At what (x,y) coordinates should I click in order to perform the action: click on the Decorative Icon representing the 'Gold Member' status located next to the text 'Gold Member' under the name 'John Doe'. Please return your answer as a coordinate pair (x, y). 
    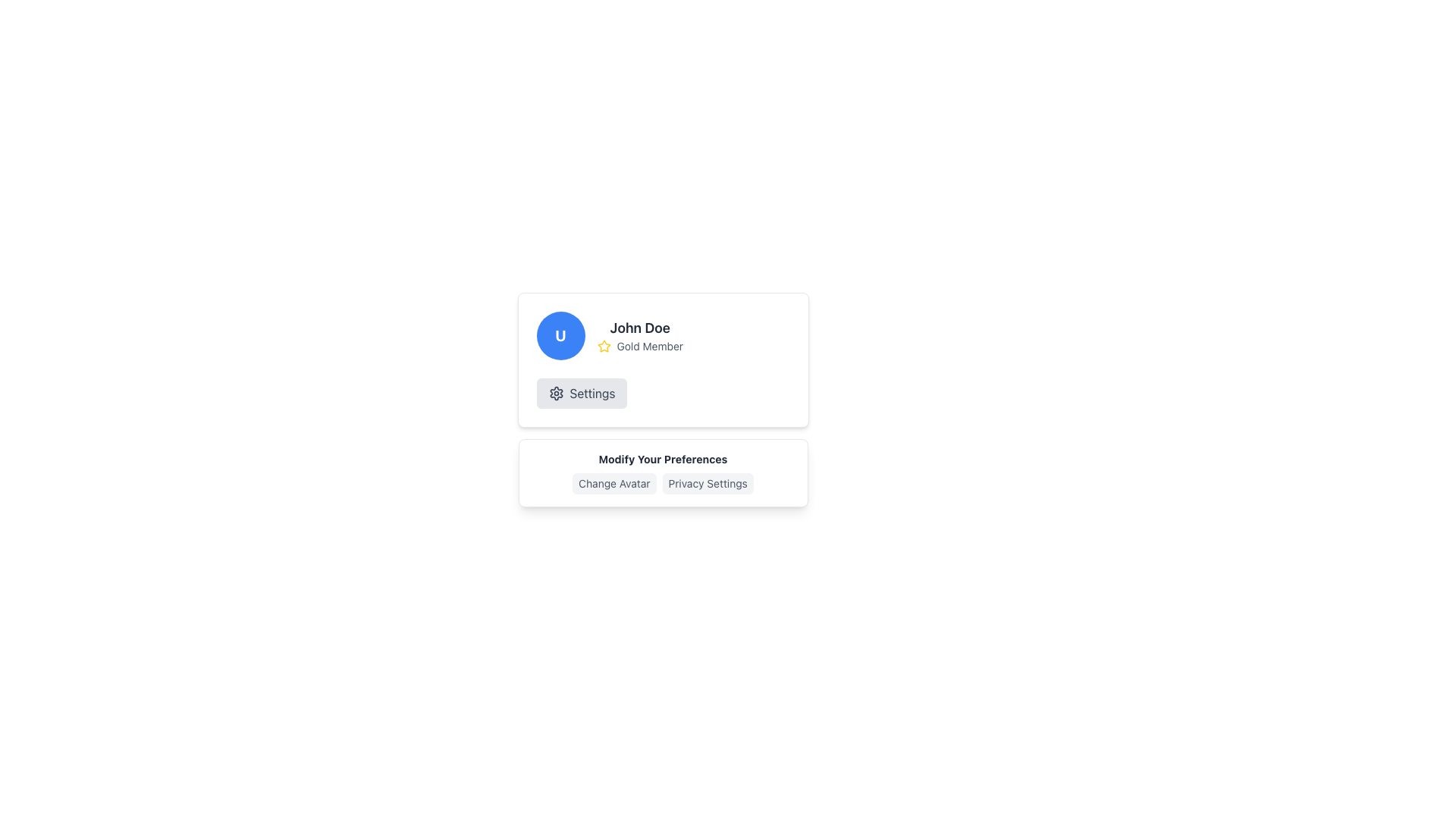
    Looking at the image, I should click on (603, 346).